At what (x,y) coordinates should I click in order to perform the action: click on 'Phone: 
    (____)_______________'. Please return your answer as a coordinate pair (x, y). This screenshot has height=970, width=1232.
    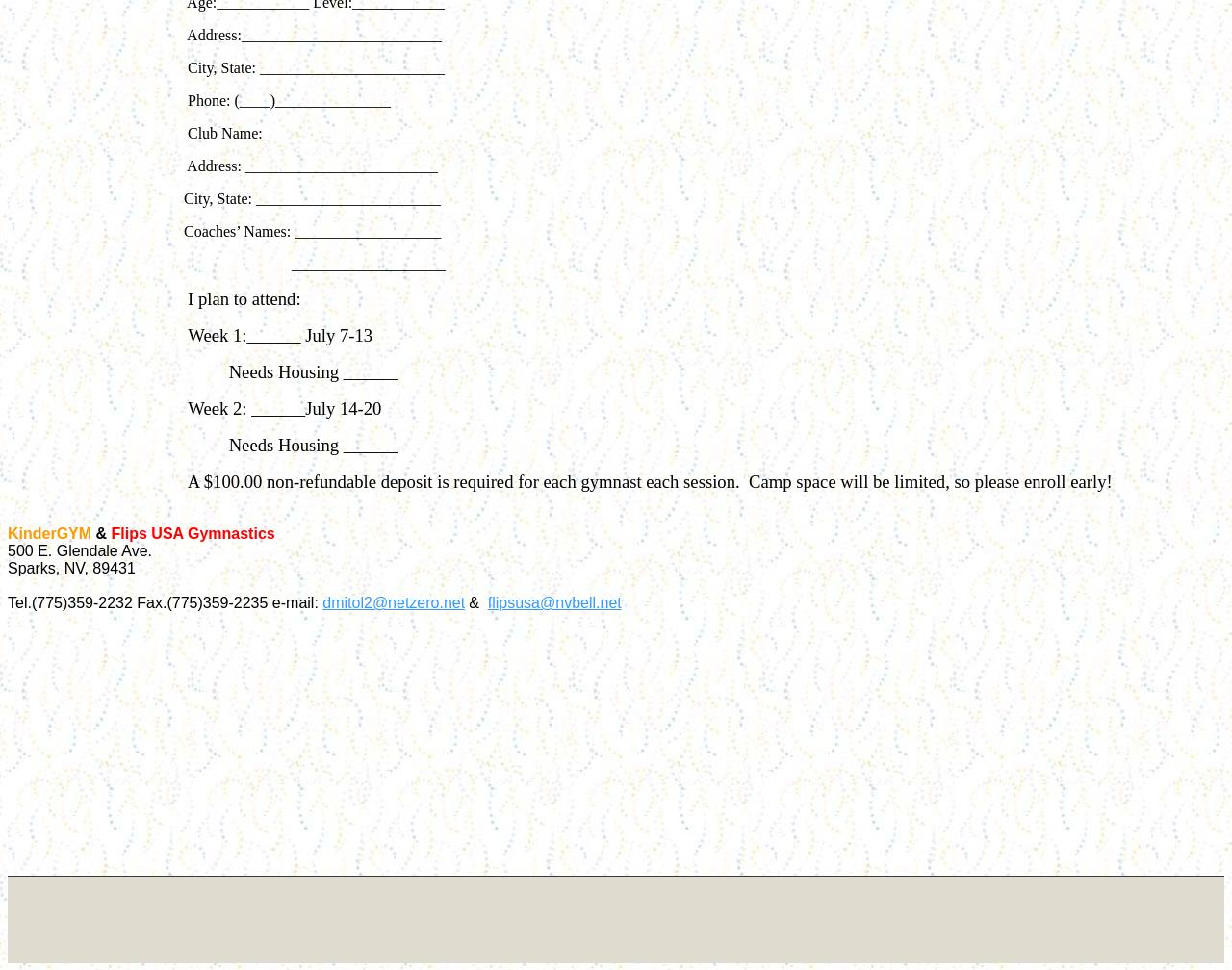
    Looking at the image, I should click on (286, 100).